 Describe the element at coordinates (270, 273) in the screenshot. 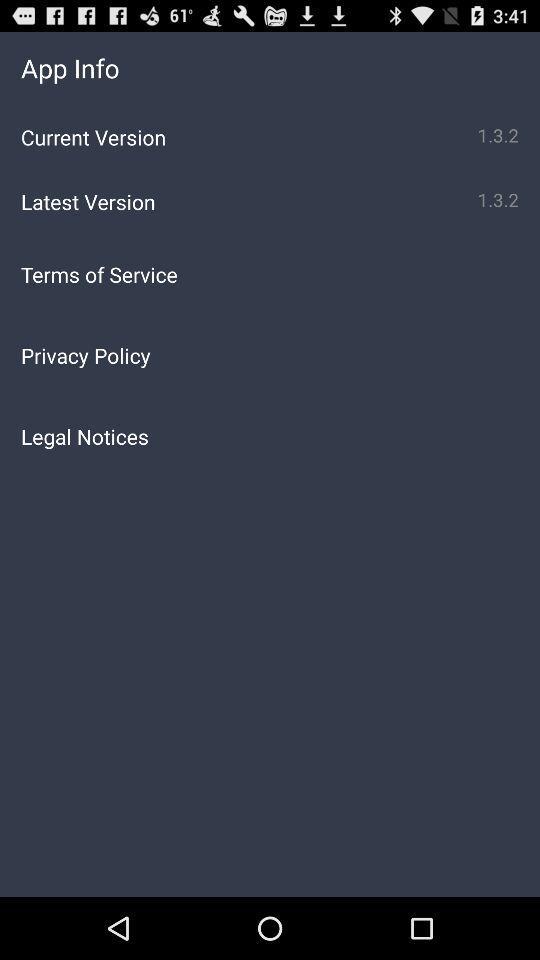

I see `the terms of service` at that location.